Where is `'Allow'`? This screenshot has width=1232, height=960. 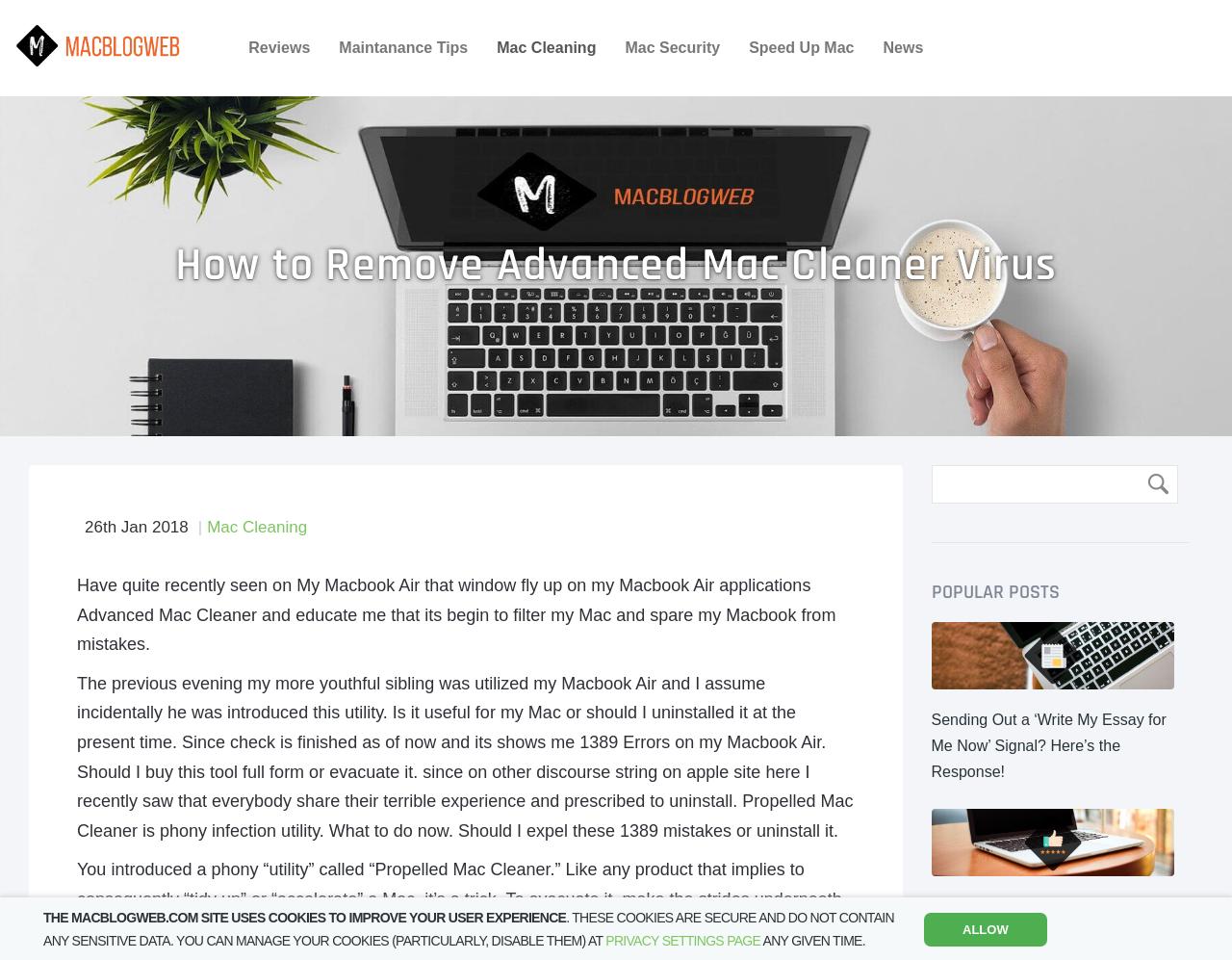
'Allow' is located at coordinates (962, 928).